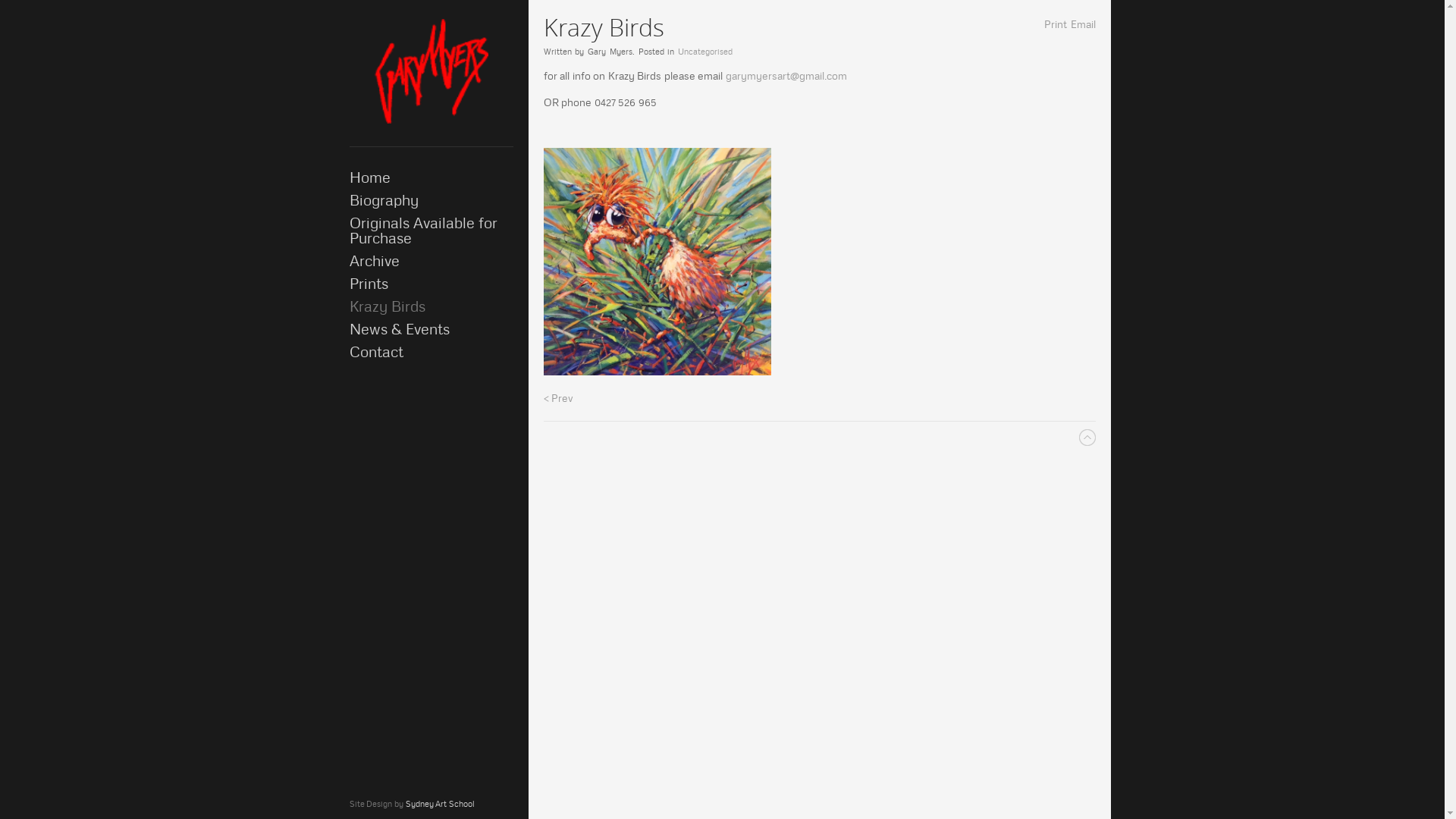 The height and width of the screenshot is (819, 1456). Describe the element at coordinates (429, 328) in the screenshot. I see `'News & Events'` at that location.